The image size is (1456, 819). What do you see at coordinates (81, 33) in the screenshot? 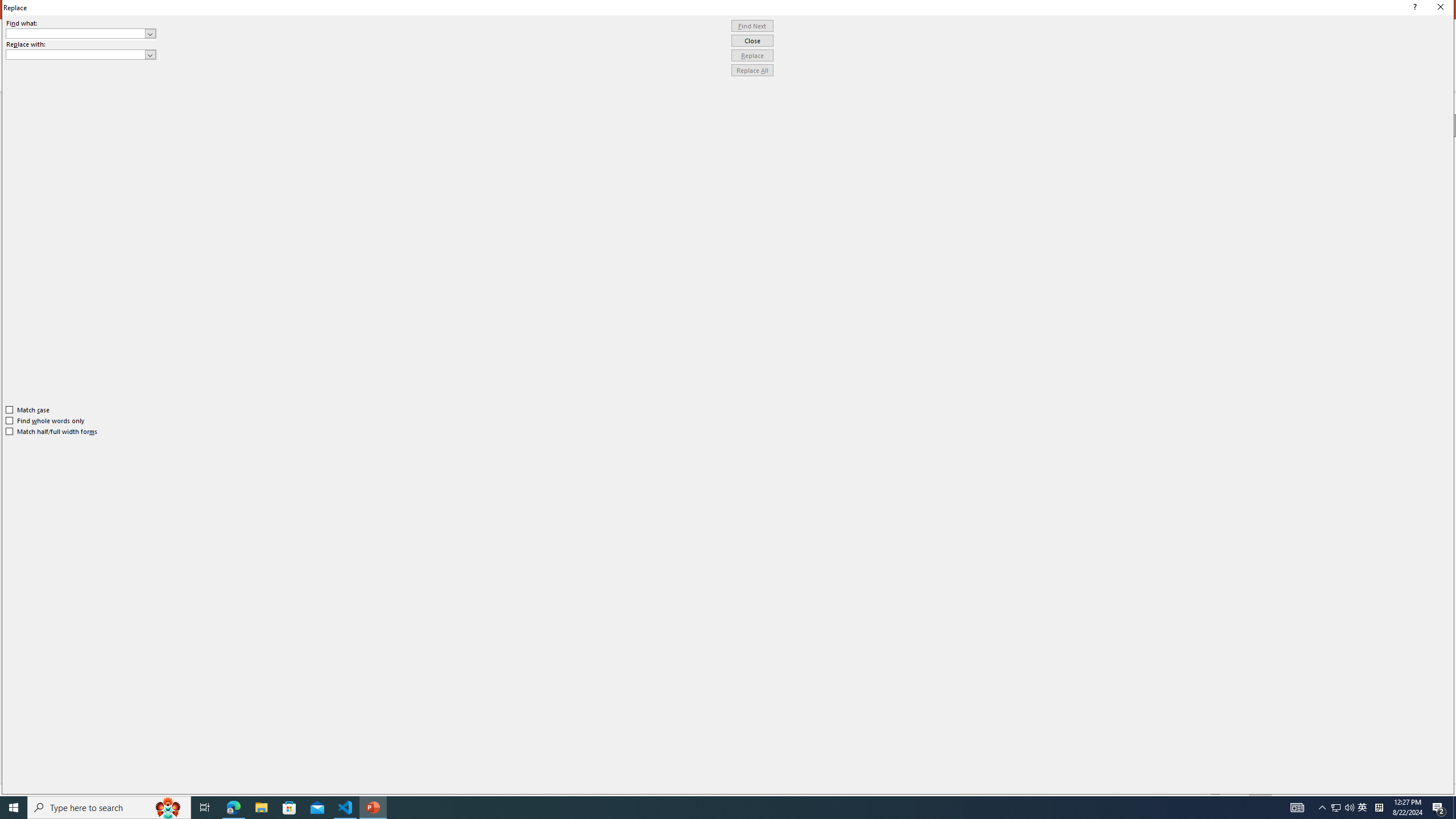
I see `'Find what'` at bounding box center [81, 33].